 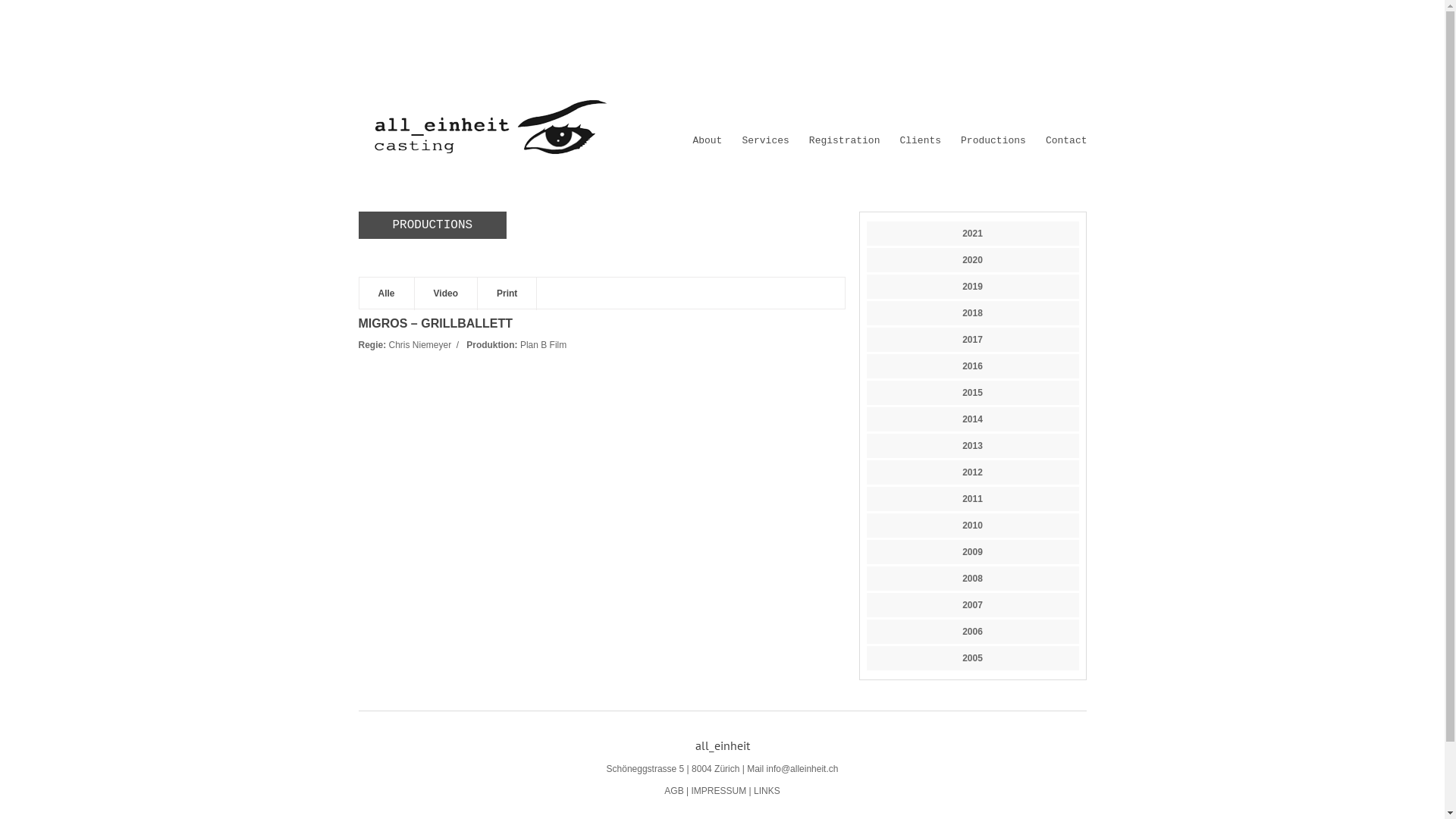 What do you see at coordinates (971, 419) in the screenshot?
I see `'2014'` at bounding box center [971, 419].